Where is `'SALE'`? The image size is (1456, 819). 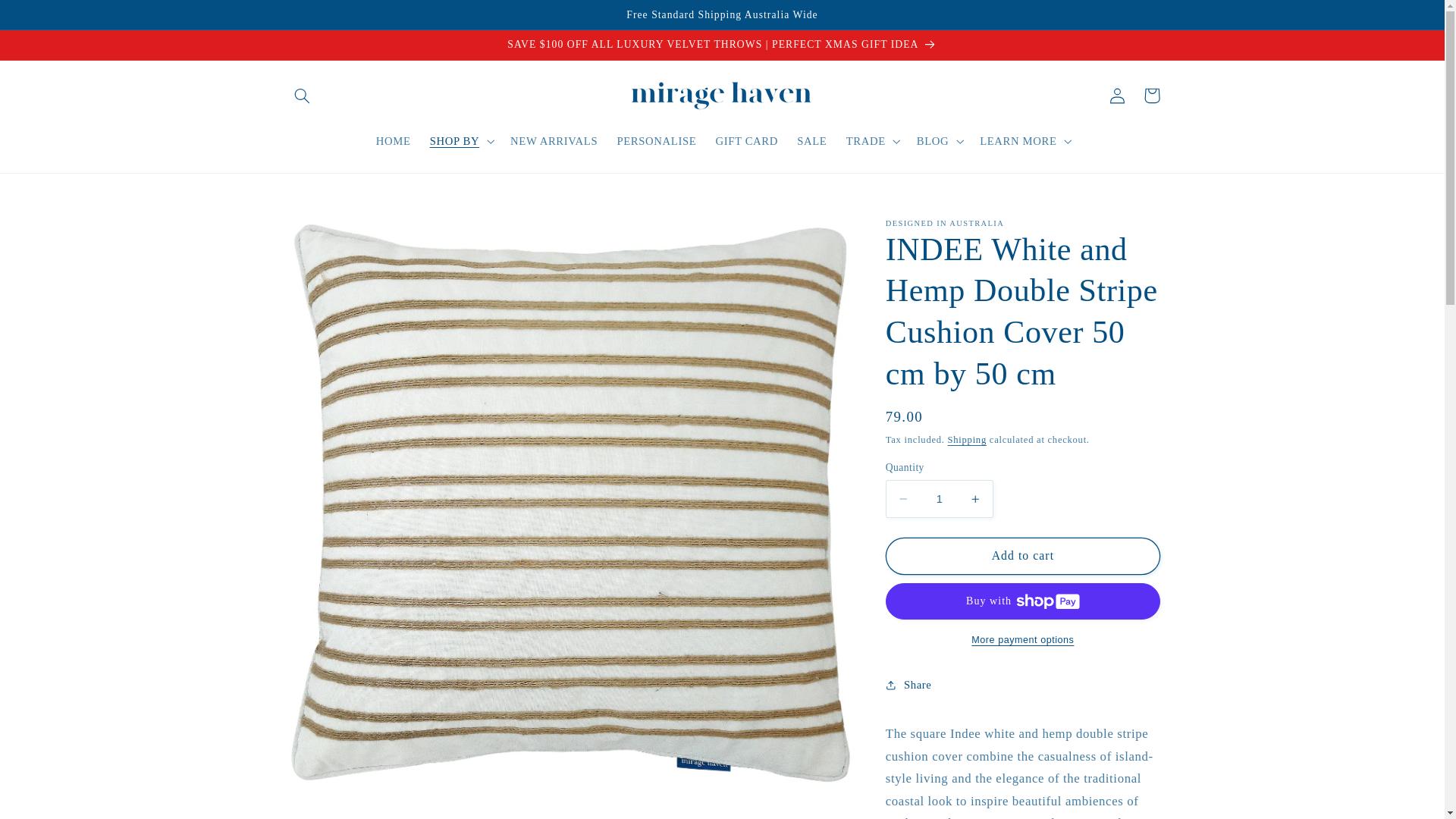
'SALE' is located at coordinates (787, 140).